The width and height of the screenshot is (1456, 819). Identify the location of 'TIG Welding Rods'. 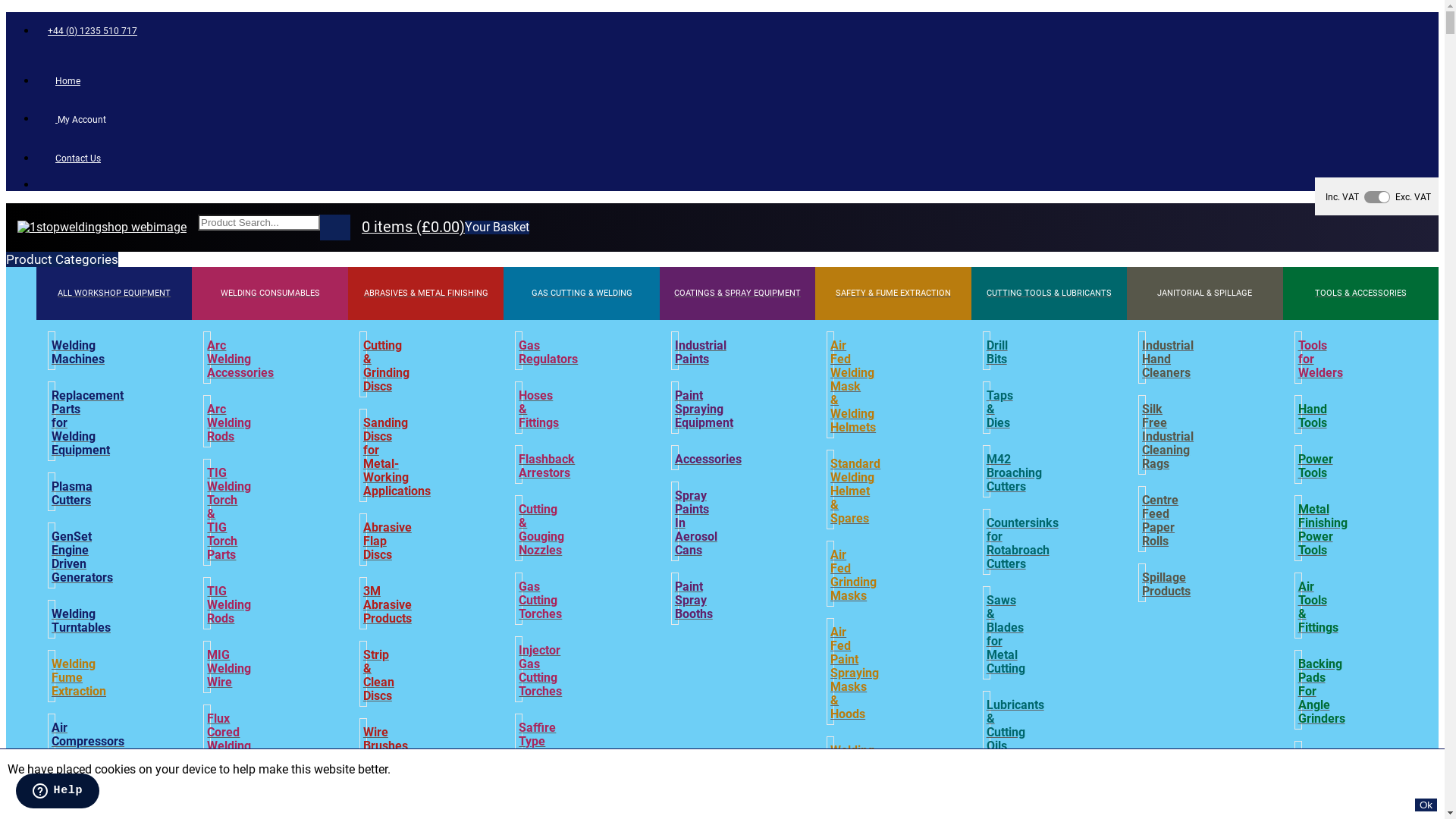
(228, 604).